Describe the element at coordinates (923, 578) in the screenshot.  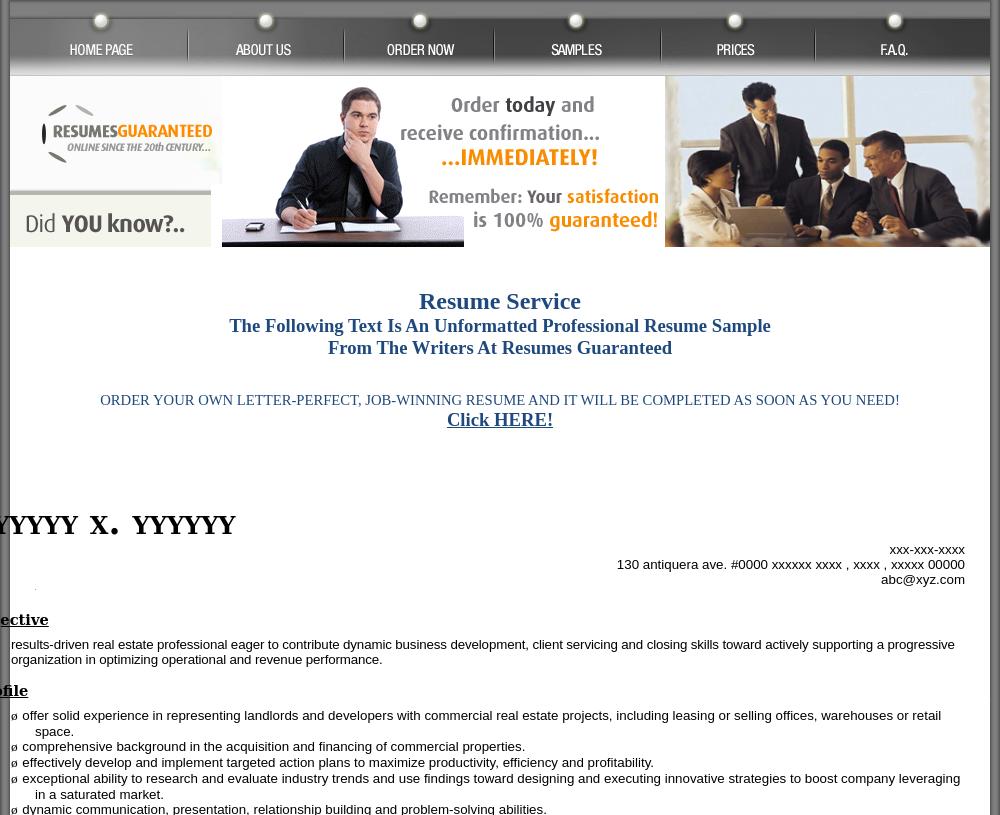
I see `'abc@xyz.com'` at that location.